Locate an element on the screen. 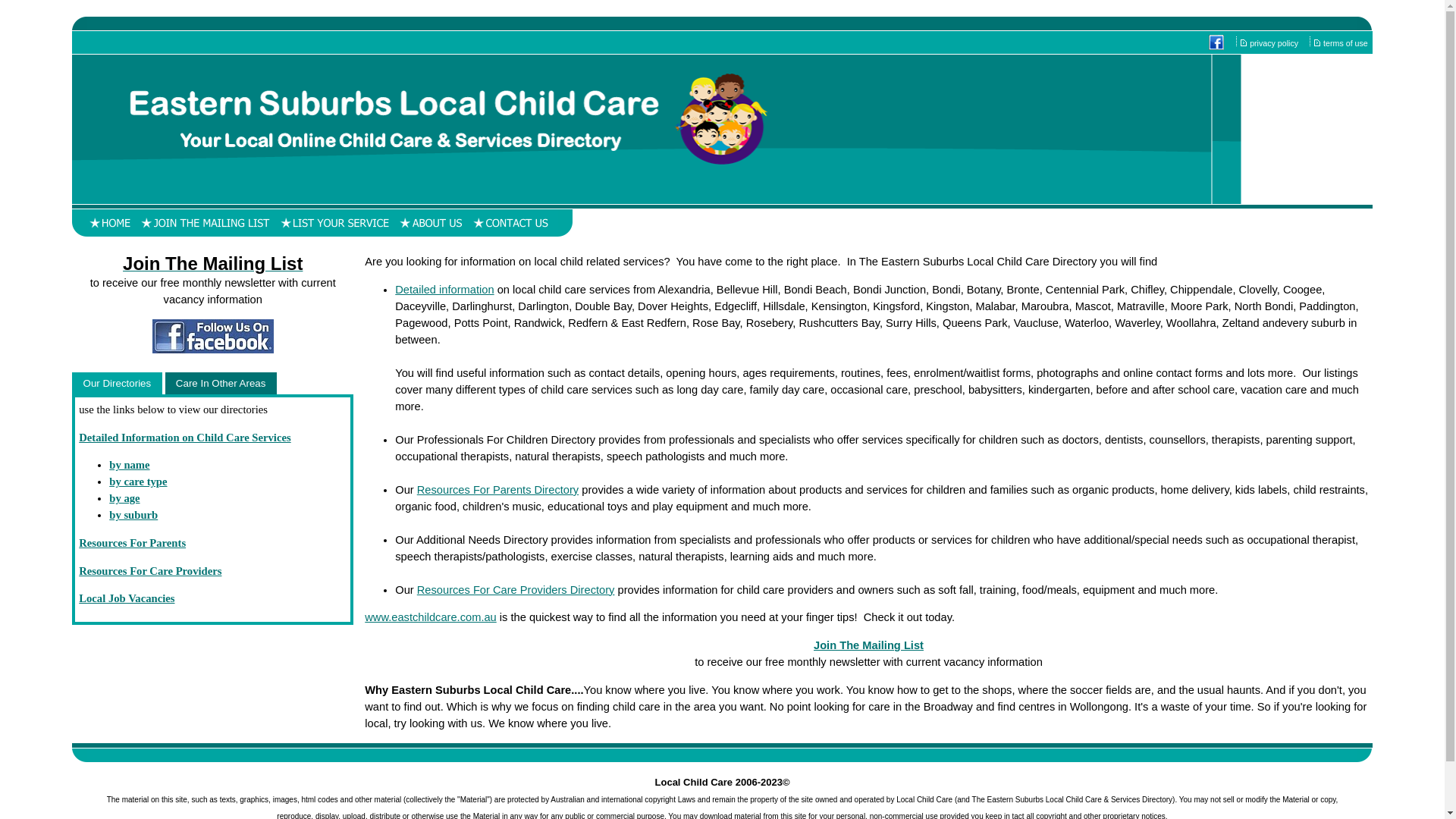 This screenshot has height=819, width=1456. 'www.eastchildcare.com.au' is located at coordinates (429, 617).